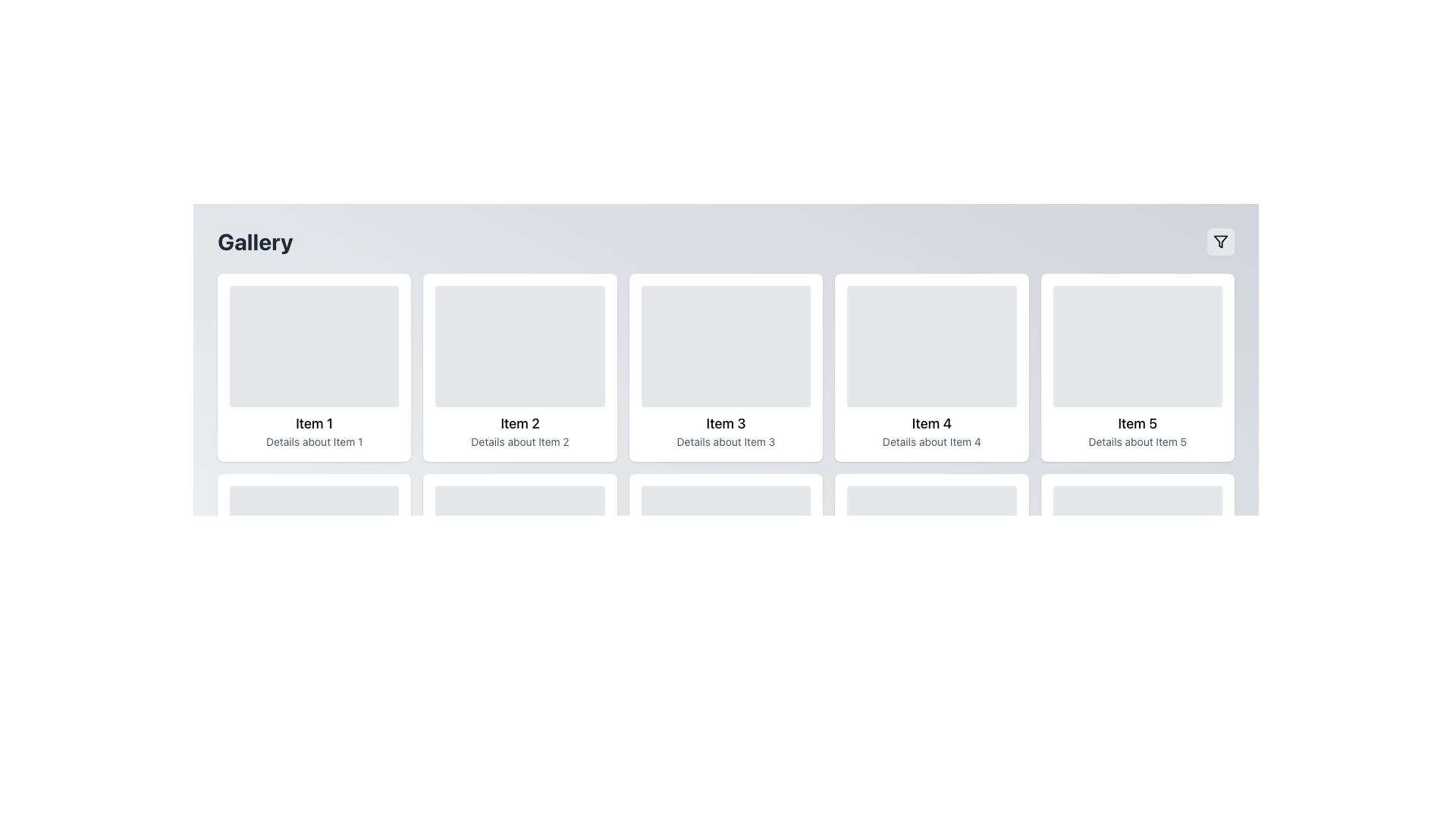 Image resolution: width=1456 pixels, height=819 pixels. Describe the element at coordinates (520, 346) in the screenshot. I see `the 'Item 2' card by clicking on the placeholder area within the card to access related actions` at that location.